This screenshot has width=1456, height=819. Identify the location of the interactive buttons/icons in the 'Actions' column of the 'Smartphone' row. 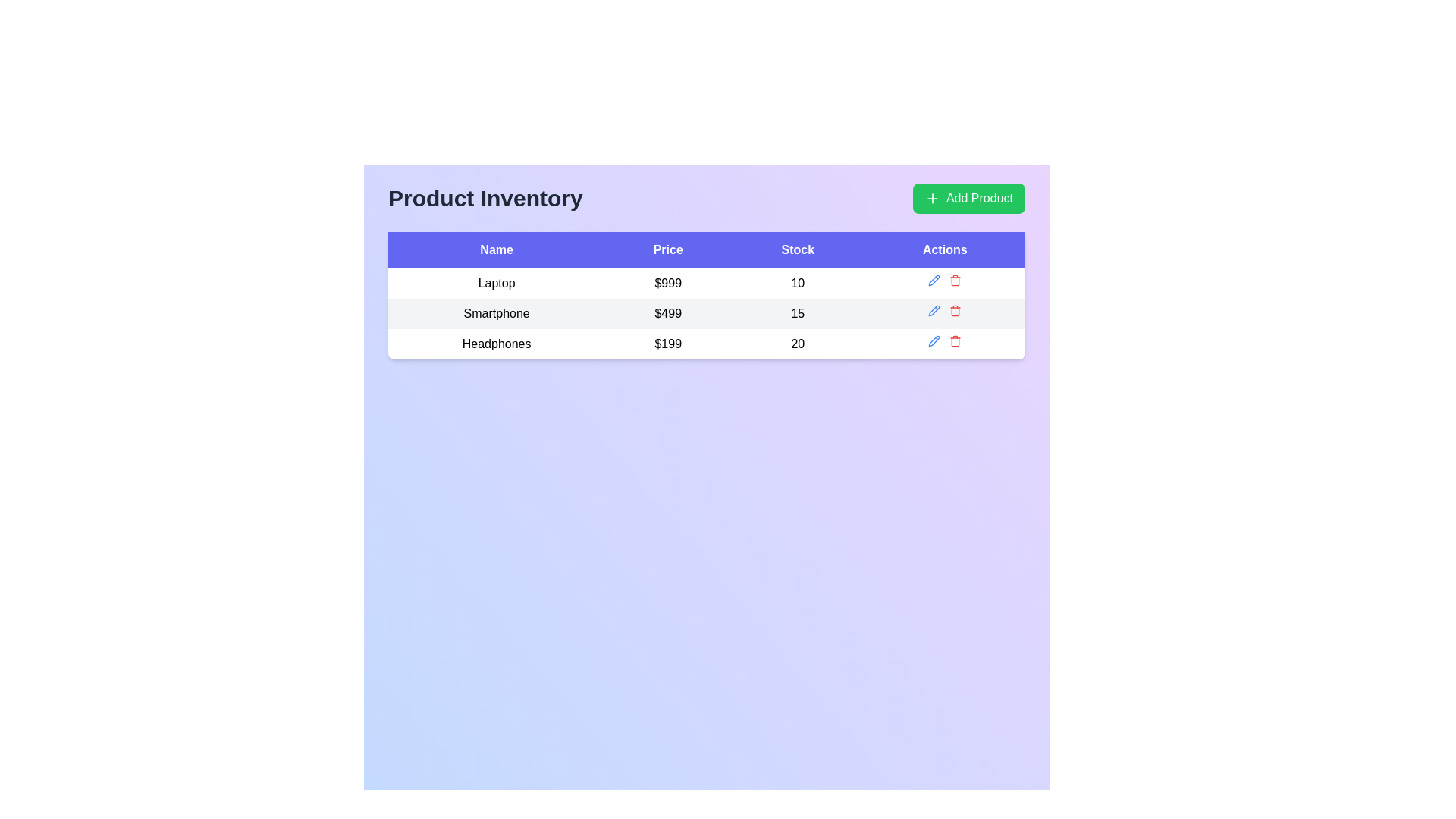
(944, 309).